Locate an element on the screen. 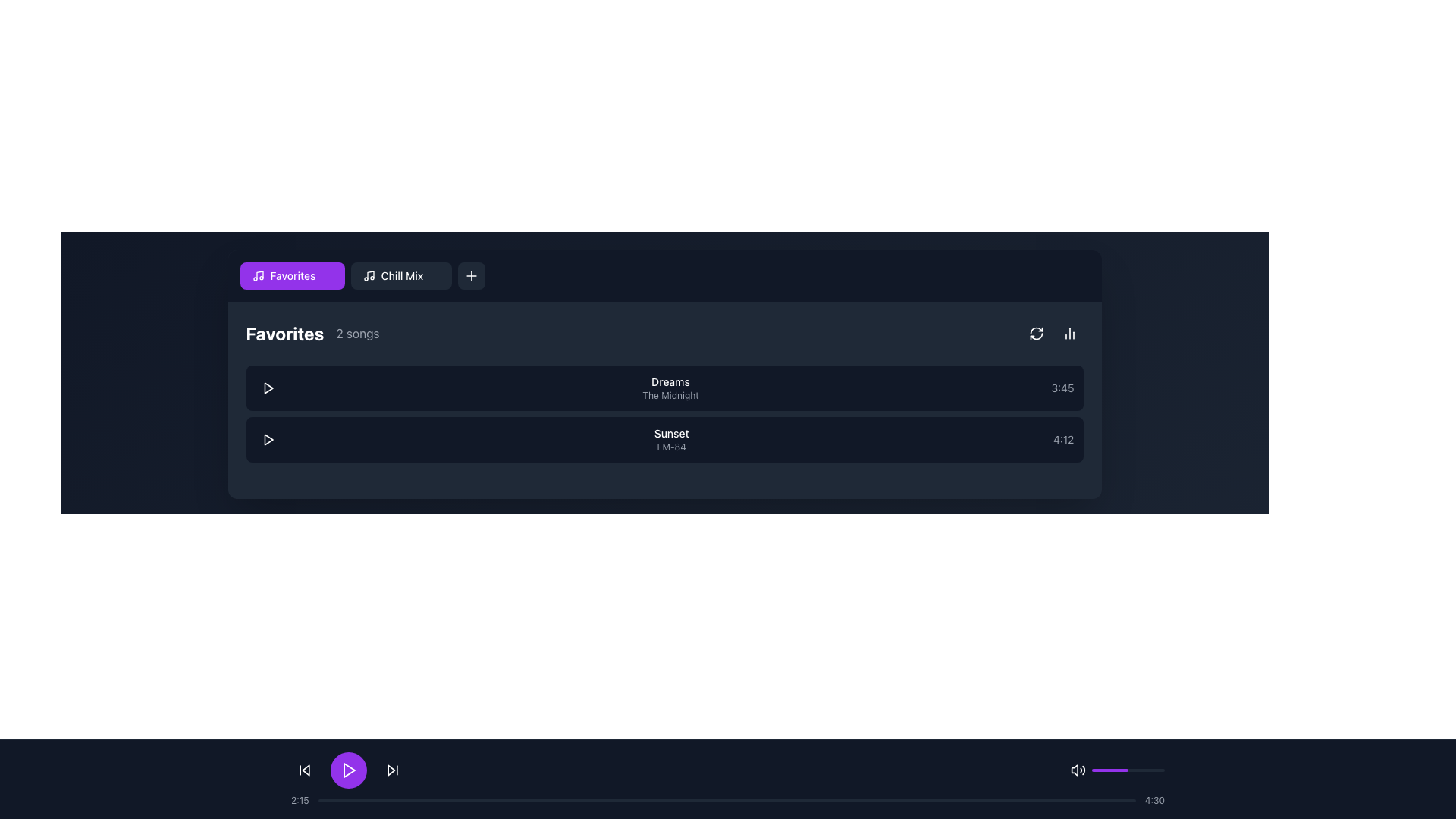  the play button icon located in the second row of the song list is located at coordinates (268, 388).